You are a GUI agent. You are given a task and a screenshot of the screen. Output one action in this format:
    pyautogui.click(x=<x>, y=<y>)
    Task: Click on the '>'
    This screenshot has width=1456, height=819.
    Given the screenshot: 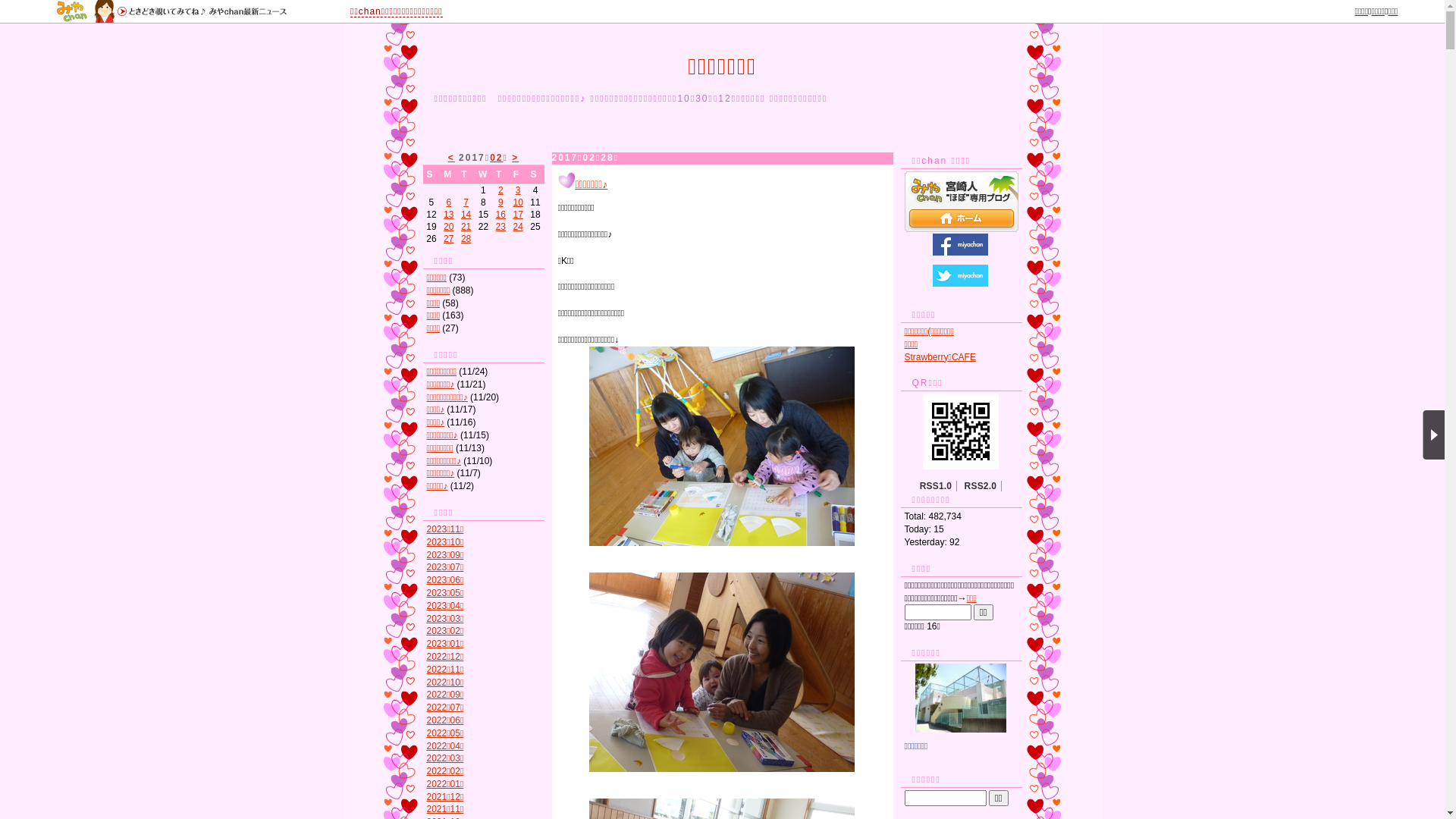 What is the action you would take?
    pyautogui.click(x=515, y=158)
    